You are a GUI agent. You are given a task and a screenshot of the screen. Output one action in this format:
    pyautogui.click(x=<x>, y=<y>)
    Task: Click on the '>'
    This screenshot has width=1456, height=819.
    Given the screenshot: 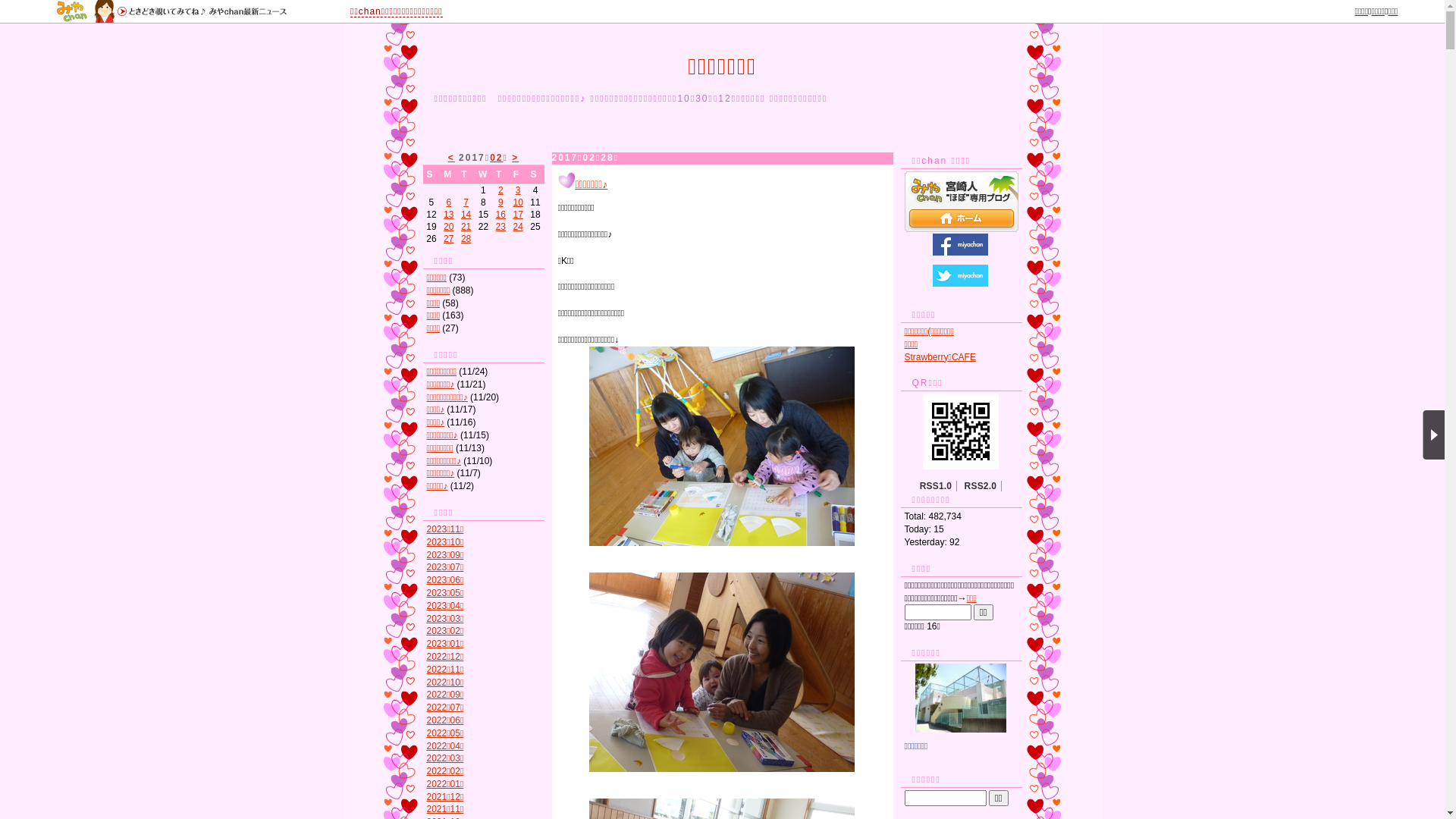 What is the action you would take?
    pyautogui.click(x=515, y=158)
    